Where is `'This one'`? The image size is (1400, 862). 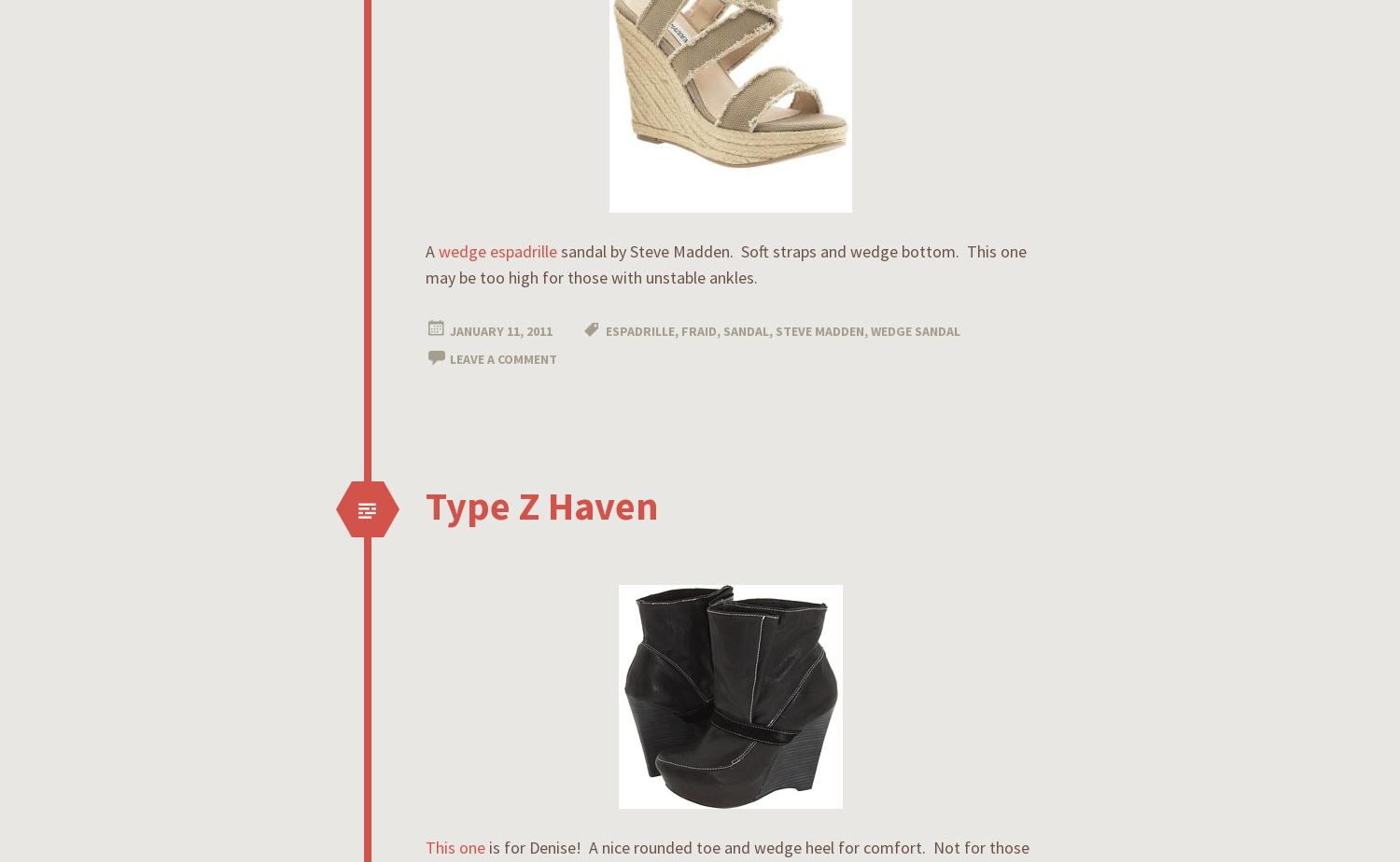
'This one' is located at coordinates (456, 847).